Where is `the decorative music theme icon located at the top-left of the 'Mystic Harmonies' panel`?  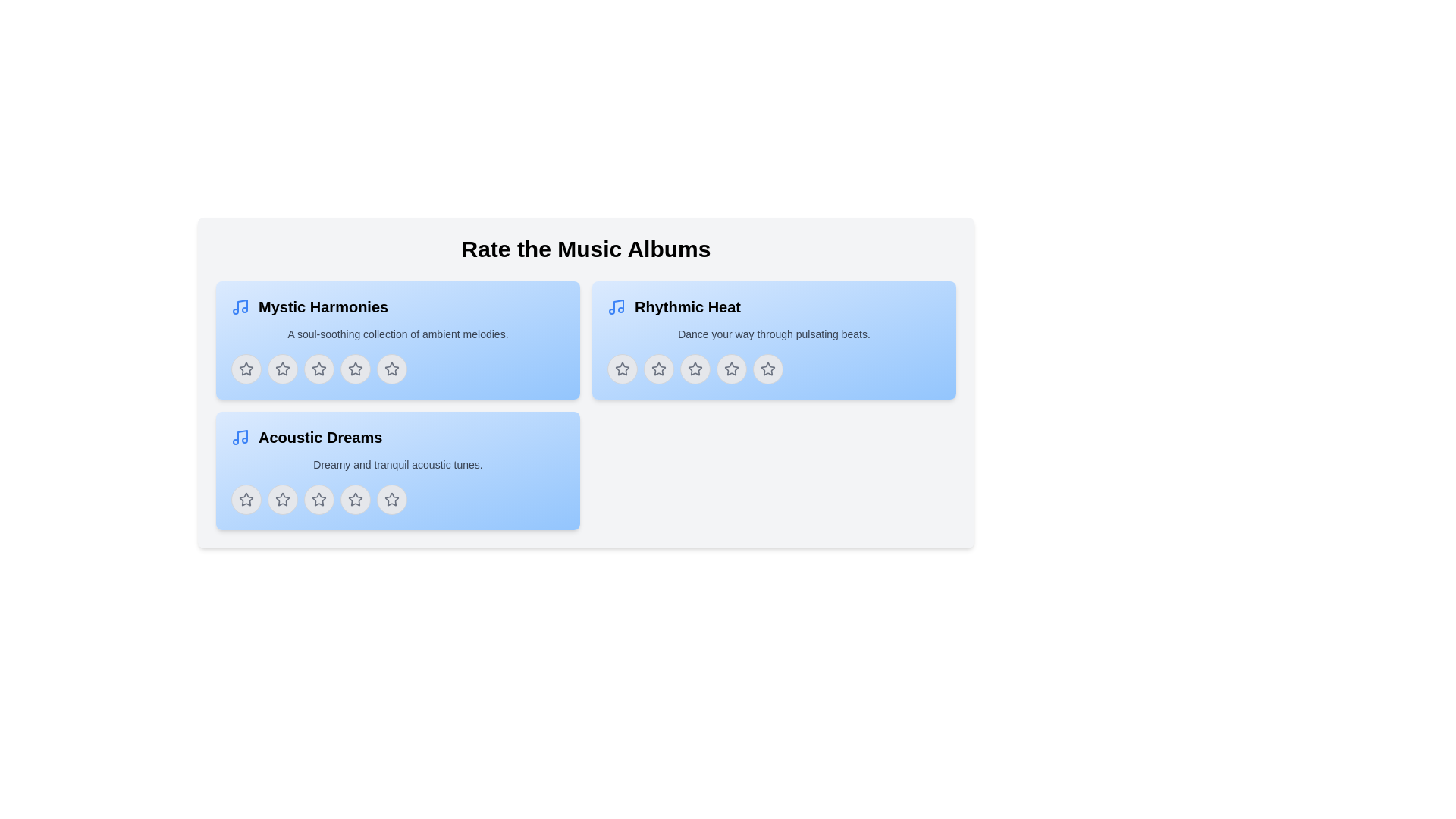
the decorative music theme icon located at the top-left of the 'Mystic Harmonies' panel is located at coordinates (239, 307).